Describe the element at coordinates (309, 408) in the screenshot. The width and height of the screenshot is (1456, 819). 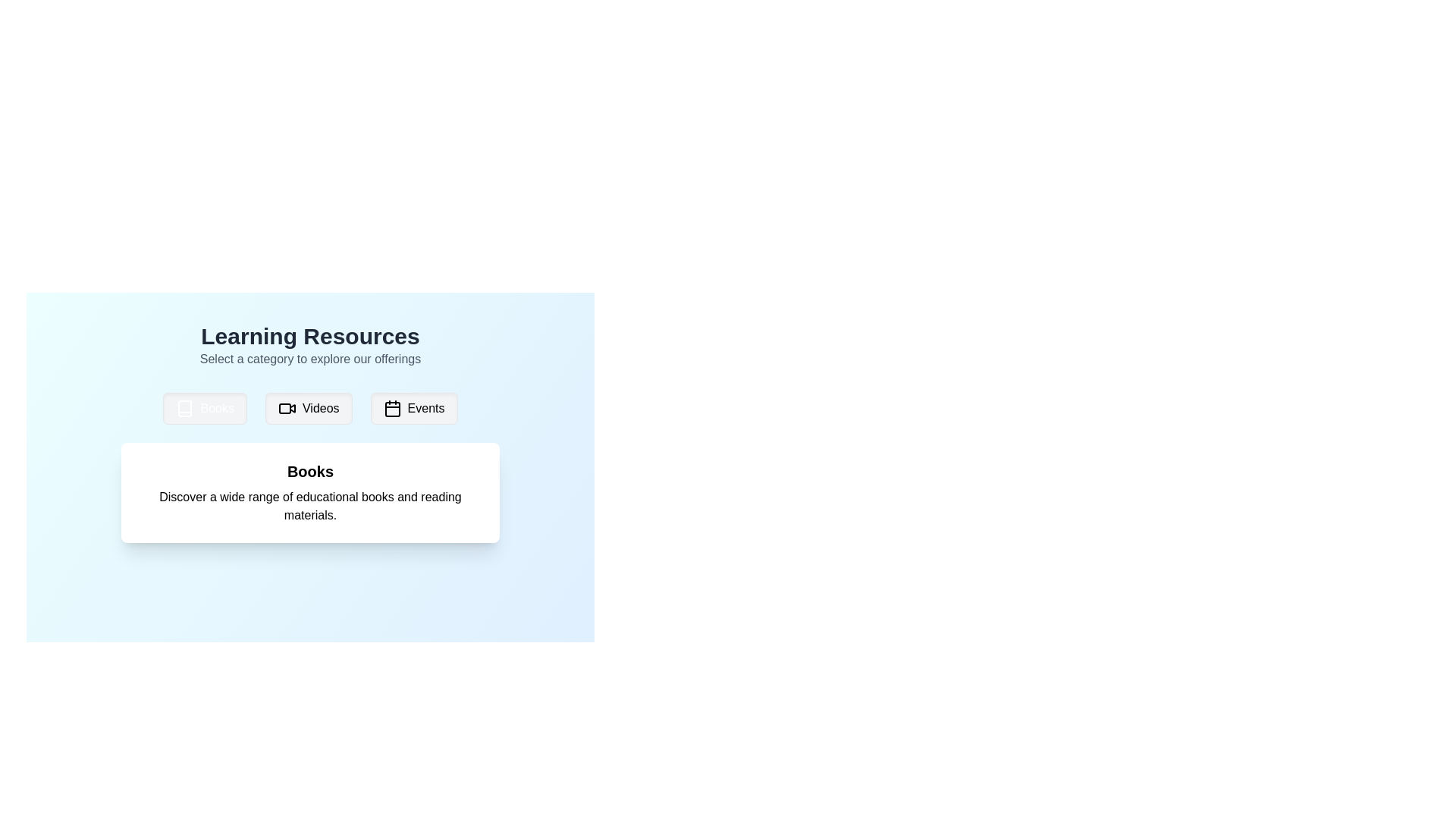
I see `the 'Videos' button in the horizontal menu bar located below the 'Learning Resources' title` at that location.